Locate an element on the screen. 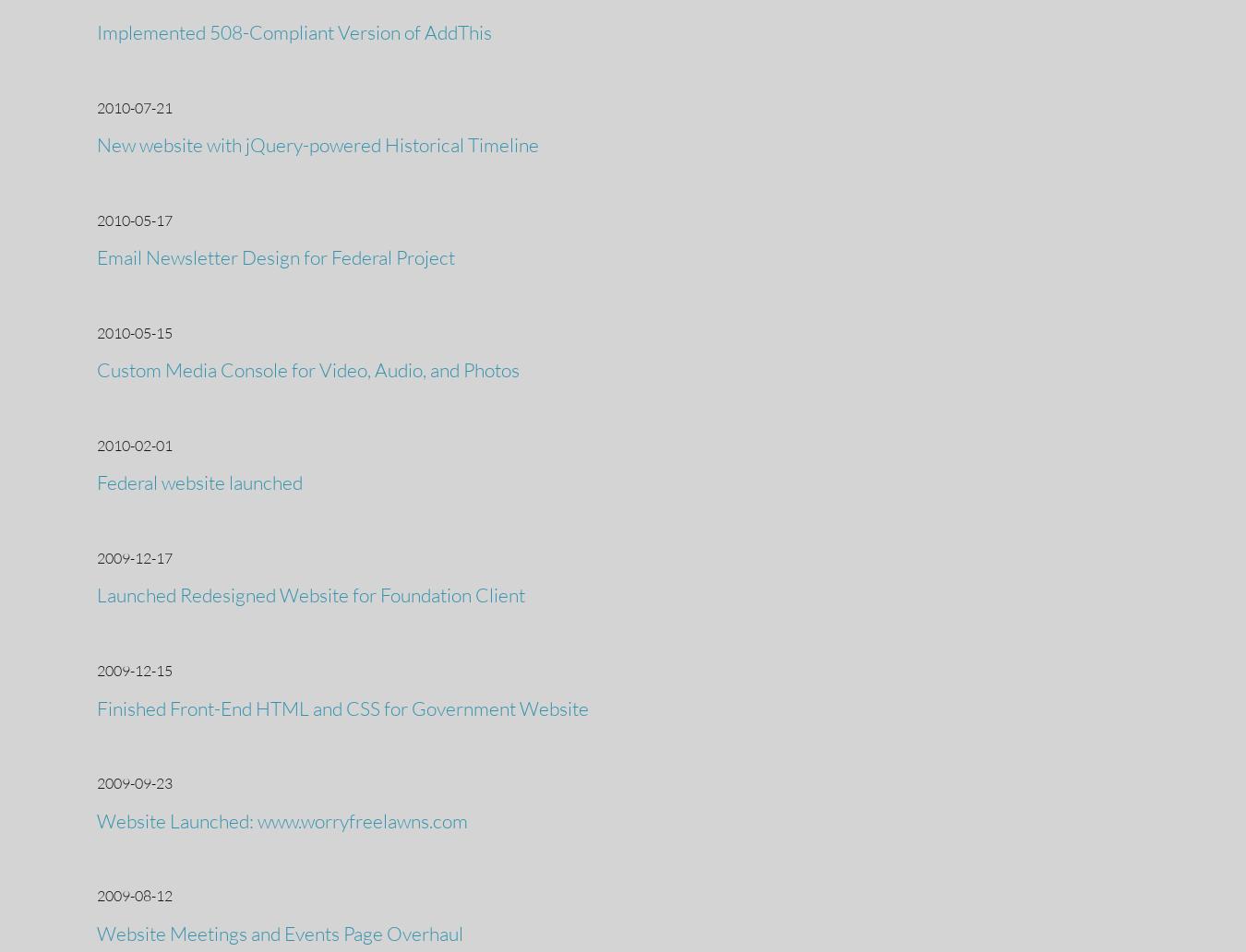  '2009-12-17' is located at coordinates (134, 557).